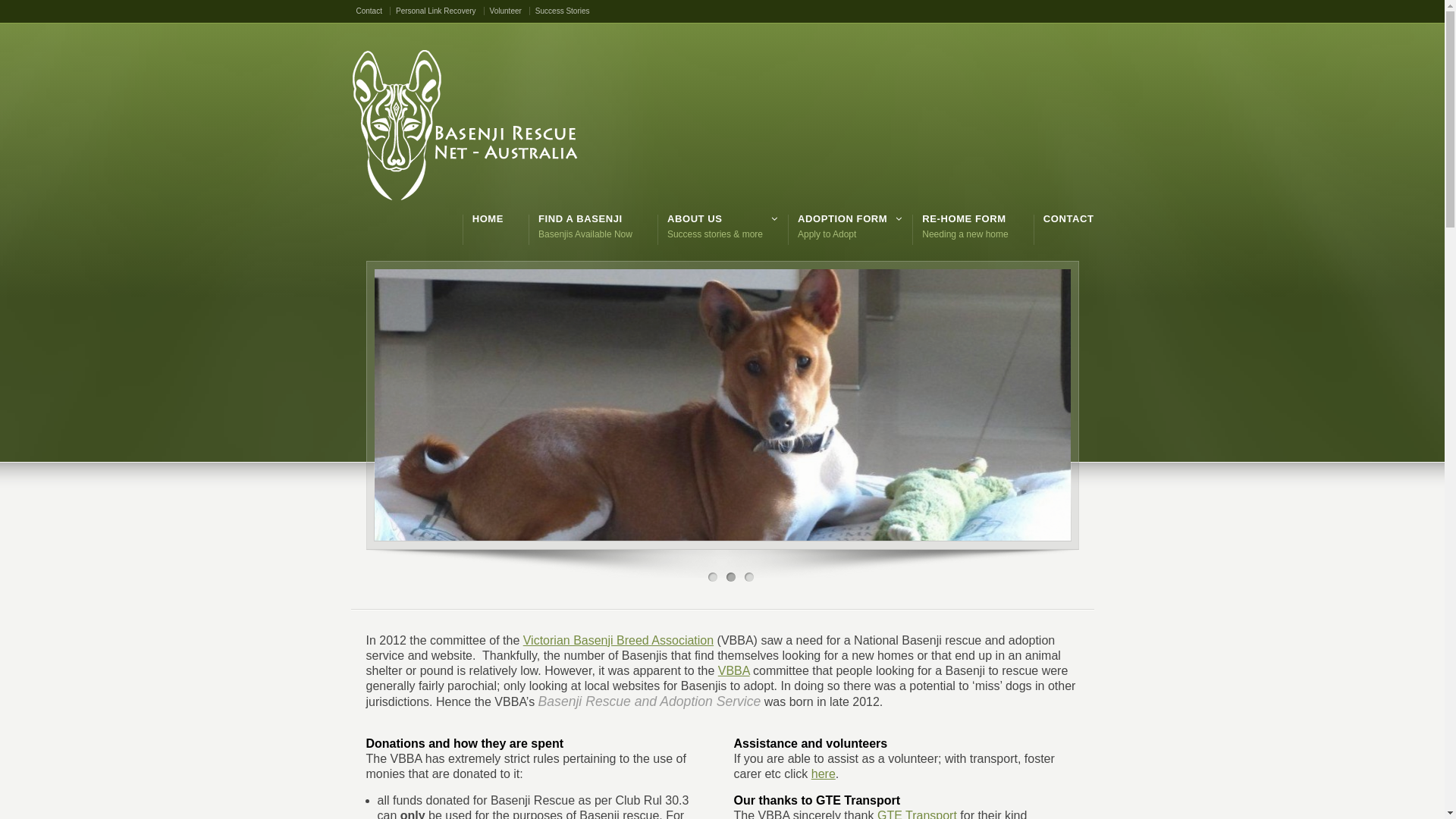  I want to click on 'Personal Link Recovery', so click(439, 11).